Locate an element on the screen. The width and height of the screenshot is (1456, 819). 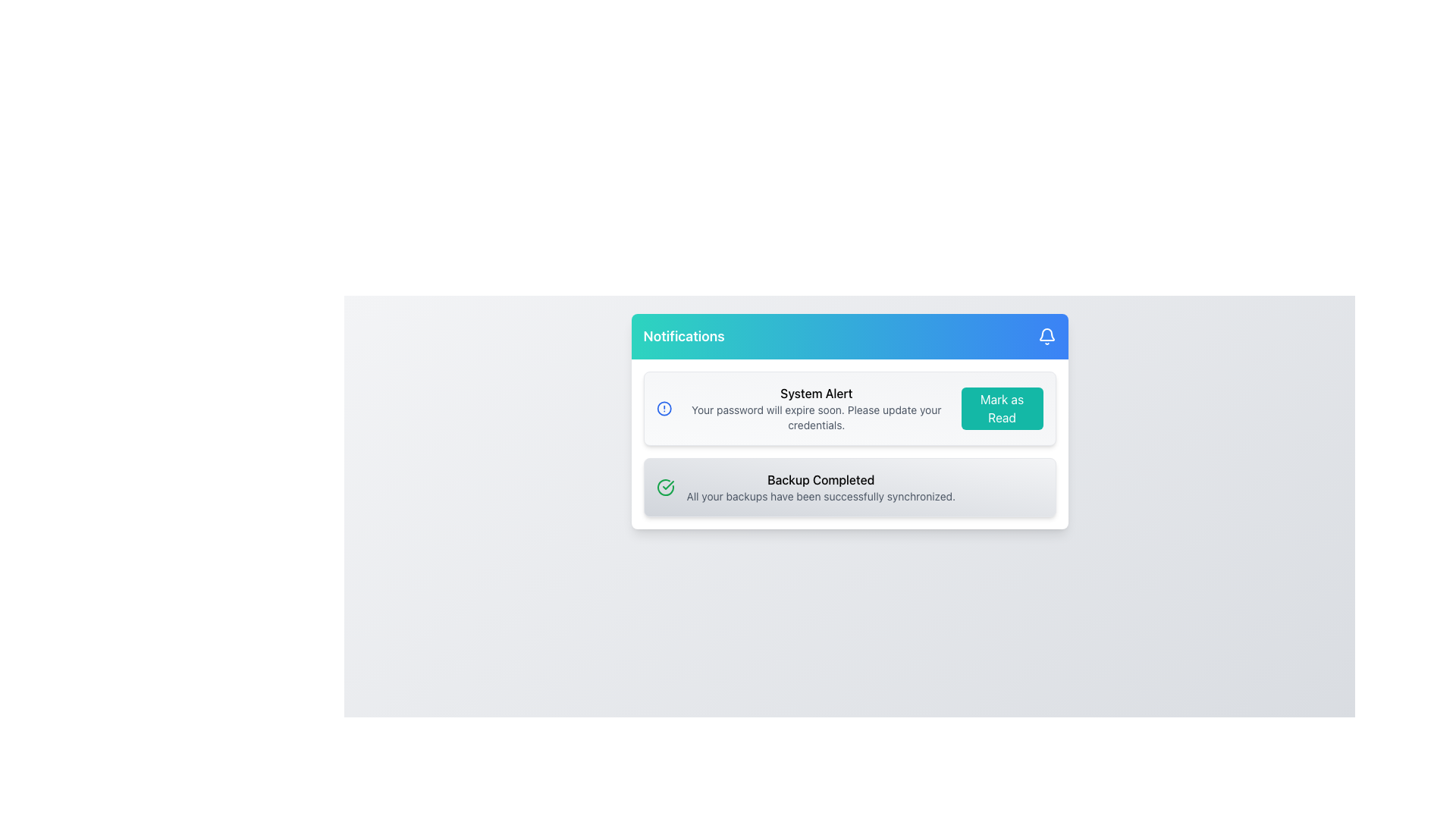
the text message 'Your password will expire soon. Please update your credentials.' located below the bold title 'System Alert' within the notification card is located at coordinates (815, 418).